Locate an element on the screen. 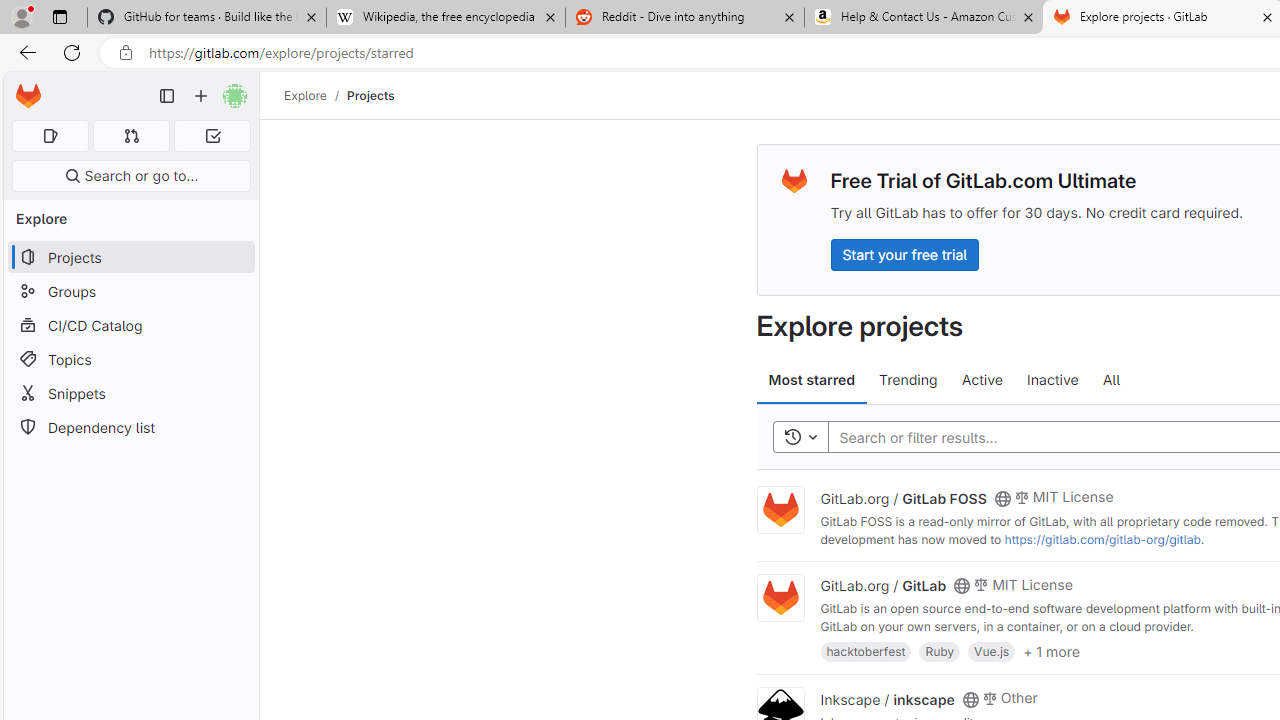 This screenshot has height=720, width=1280. 'Class: s16' is located at coordinates (970, 698).